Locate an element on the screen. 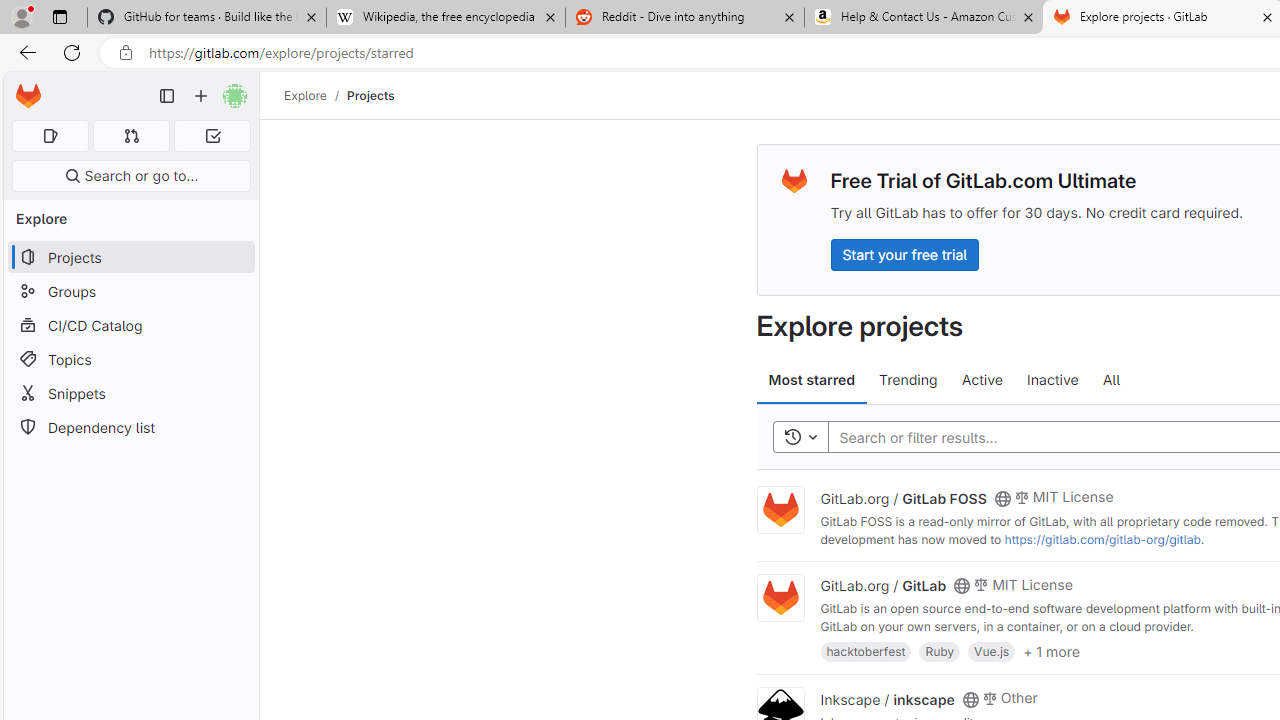 This screenshot has height=720, width=1280. 'Class: s16' is located at coordinates (970, 698).